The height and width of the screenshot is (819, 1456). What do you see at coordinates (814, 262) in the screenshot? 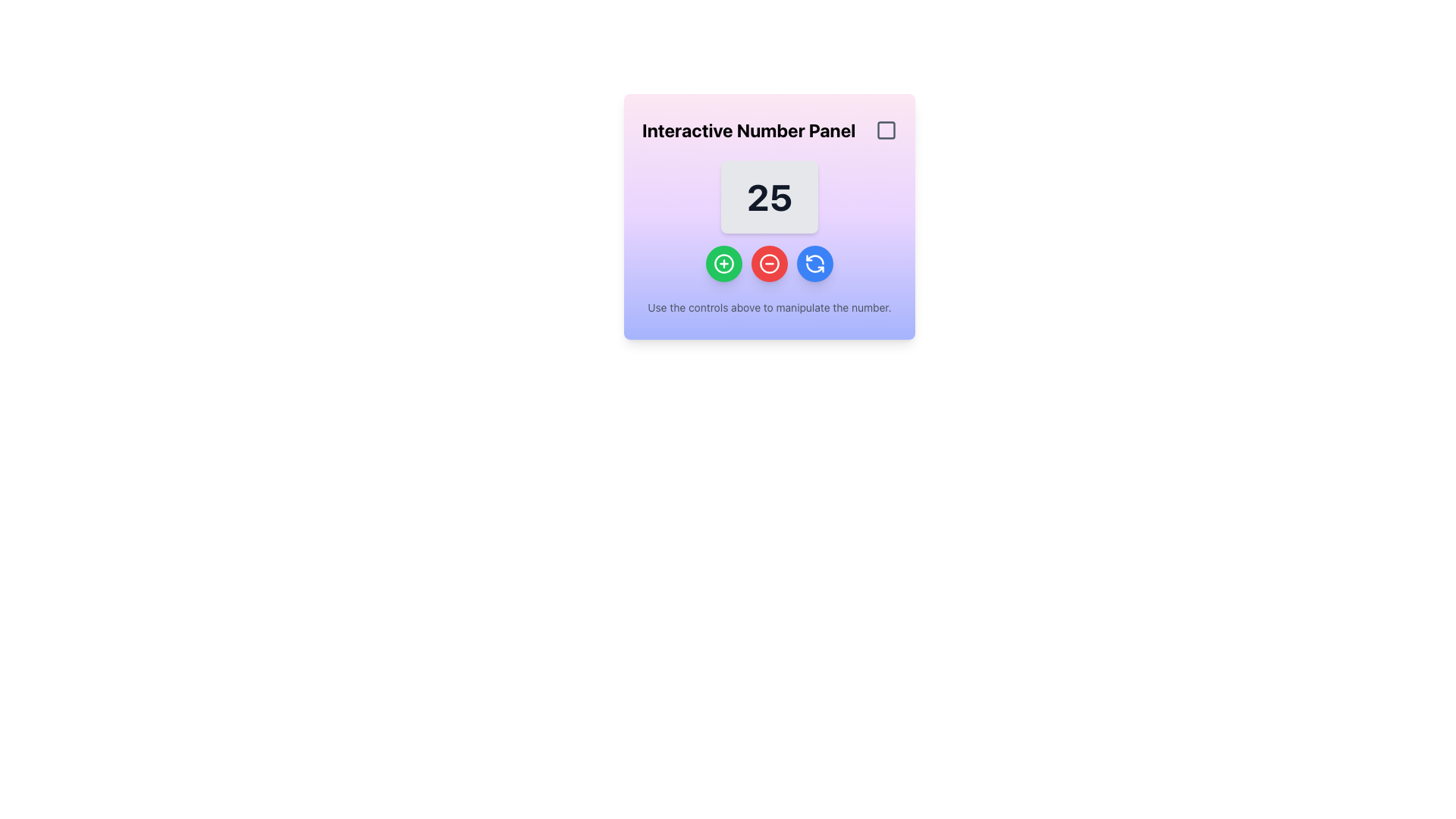
I see `the circular blue button with a white refresh icon, located as the third button in a row of three buttons below a numerical display, to reset the number` at bounding box center [814, 262].